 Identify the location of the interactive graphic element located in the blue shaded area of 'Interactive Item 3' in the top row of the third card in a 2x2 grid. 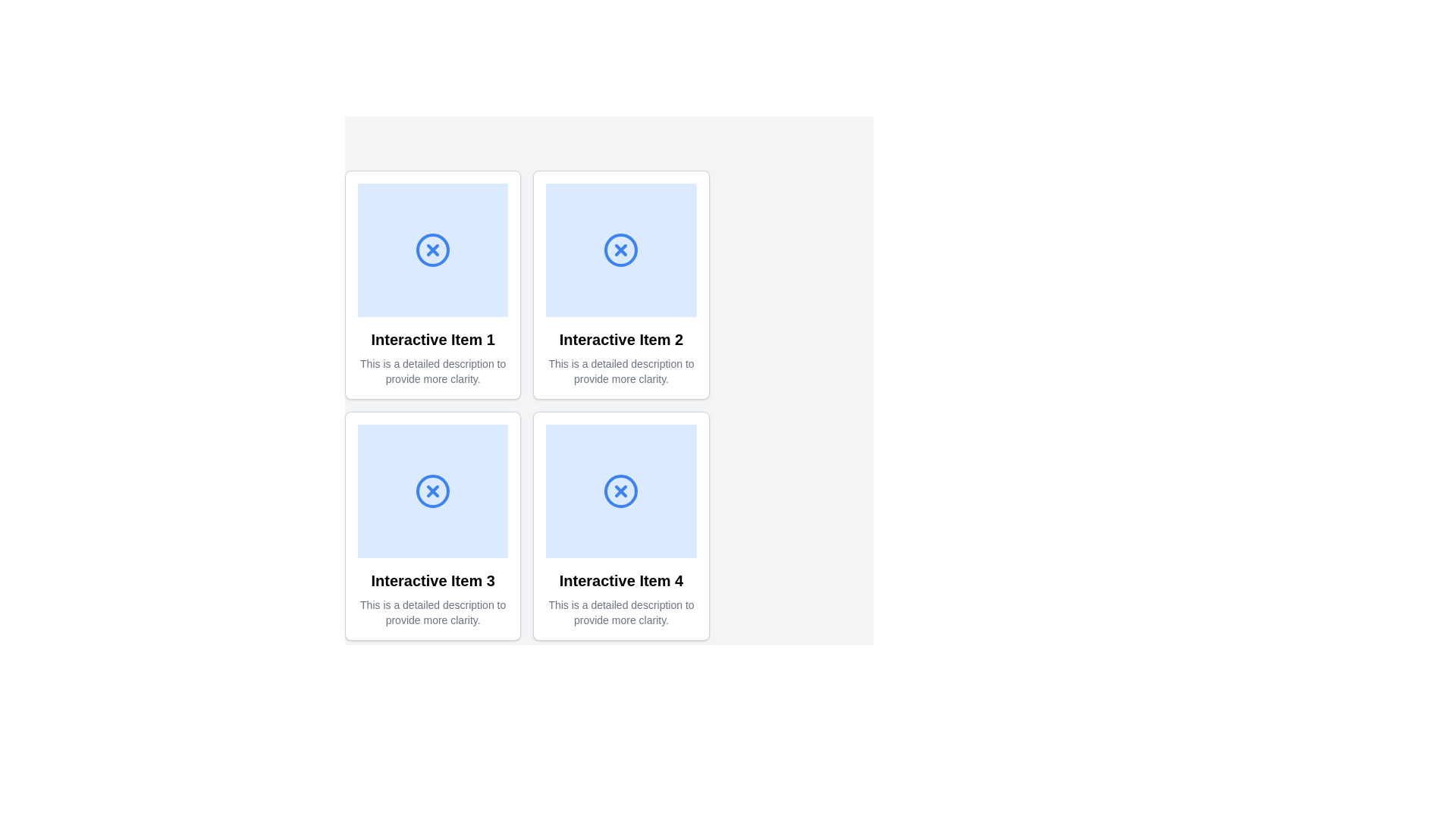
(432, 491).